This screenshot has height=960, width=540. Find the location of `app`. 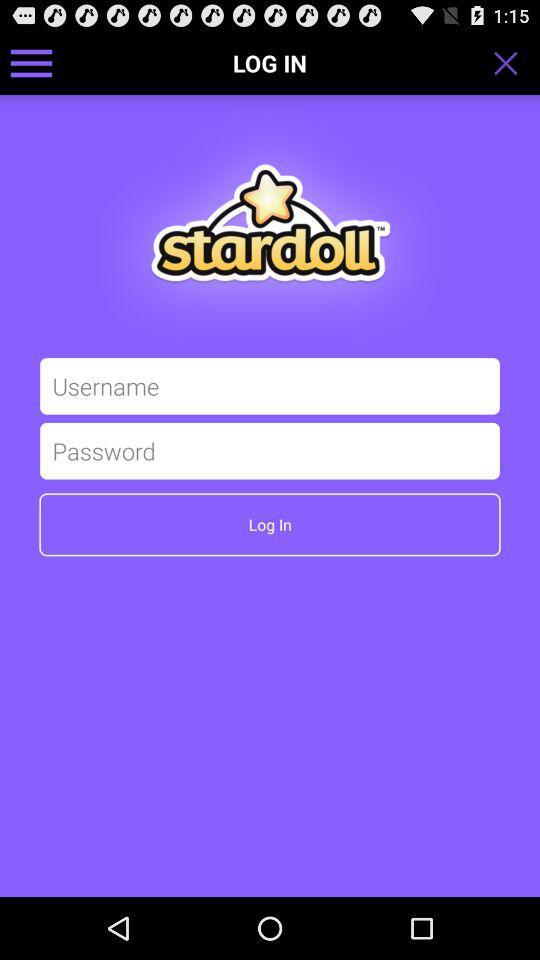

app is located at coordinates (512, 62).